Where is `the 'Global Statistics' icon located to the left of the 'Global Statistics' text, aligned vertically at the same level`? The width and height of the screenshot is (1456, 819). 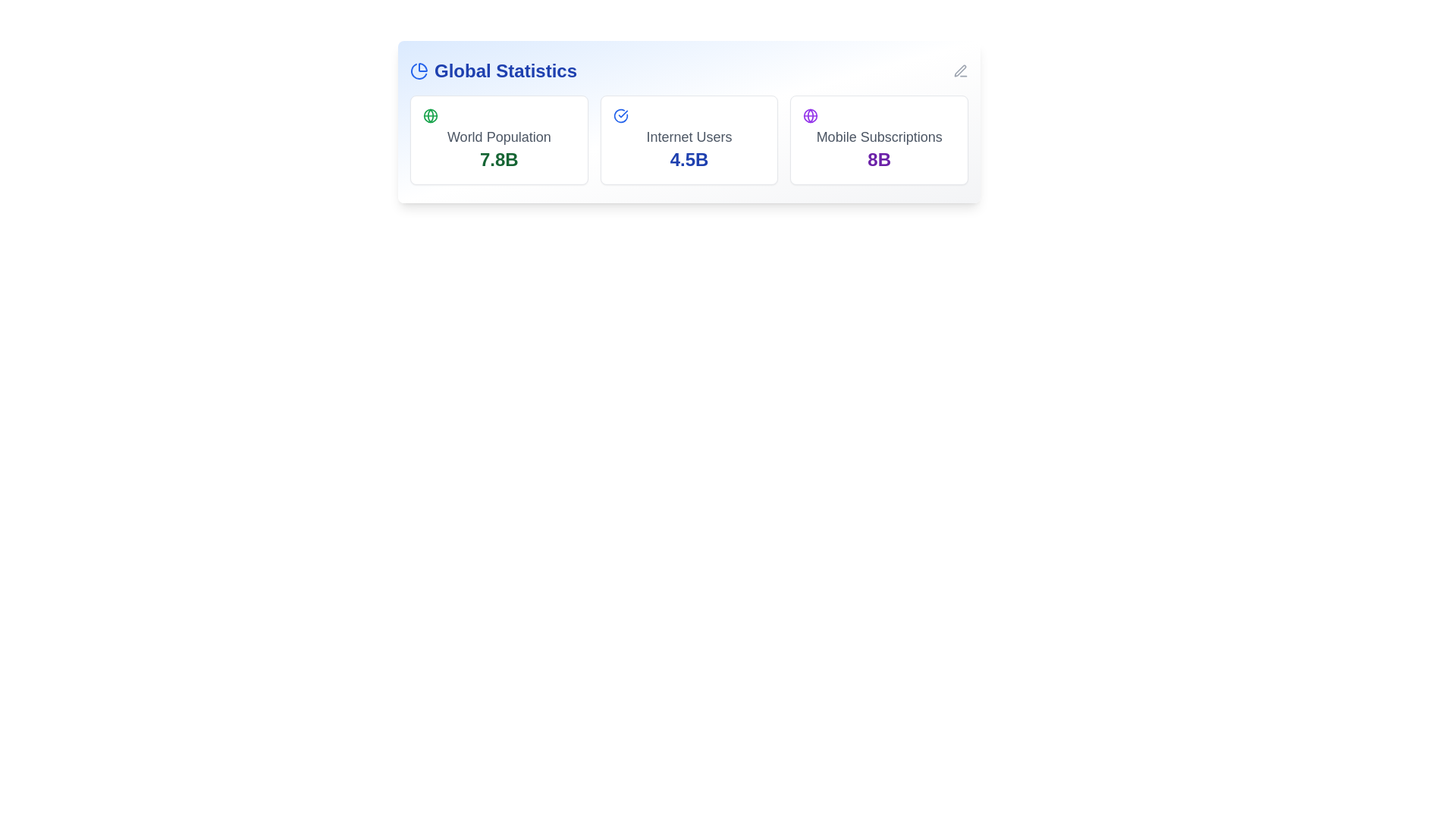
the 'Global Statistics' icon located to the left of the 'Global Statistics' text, aligned vertically at the same level is located at coordinates (419, 71).